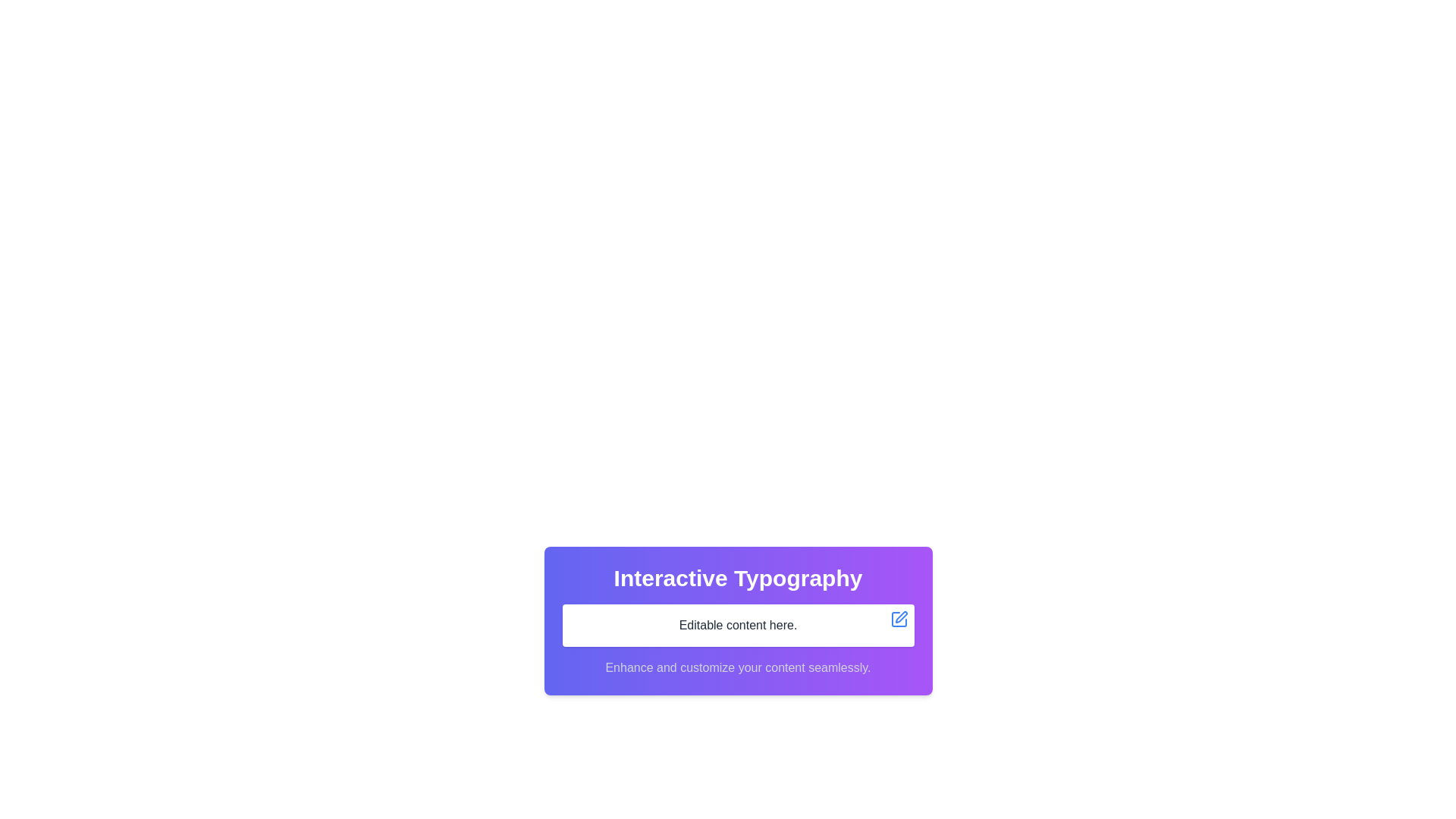 Image resolution: width=1456 pixels, height=819 pixels. What do you see at coordinates (899, 620) in the screenshot?
I see `the edit button located at the top-right corner of the white rectangular box containing the text 'Editable content here.' This button initiates editing or customization of the associated content when clicked` at bounding box center [899, 620].